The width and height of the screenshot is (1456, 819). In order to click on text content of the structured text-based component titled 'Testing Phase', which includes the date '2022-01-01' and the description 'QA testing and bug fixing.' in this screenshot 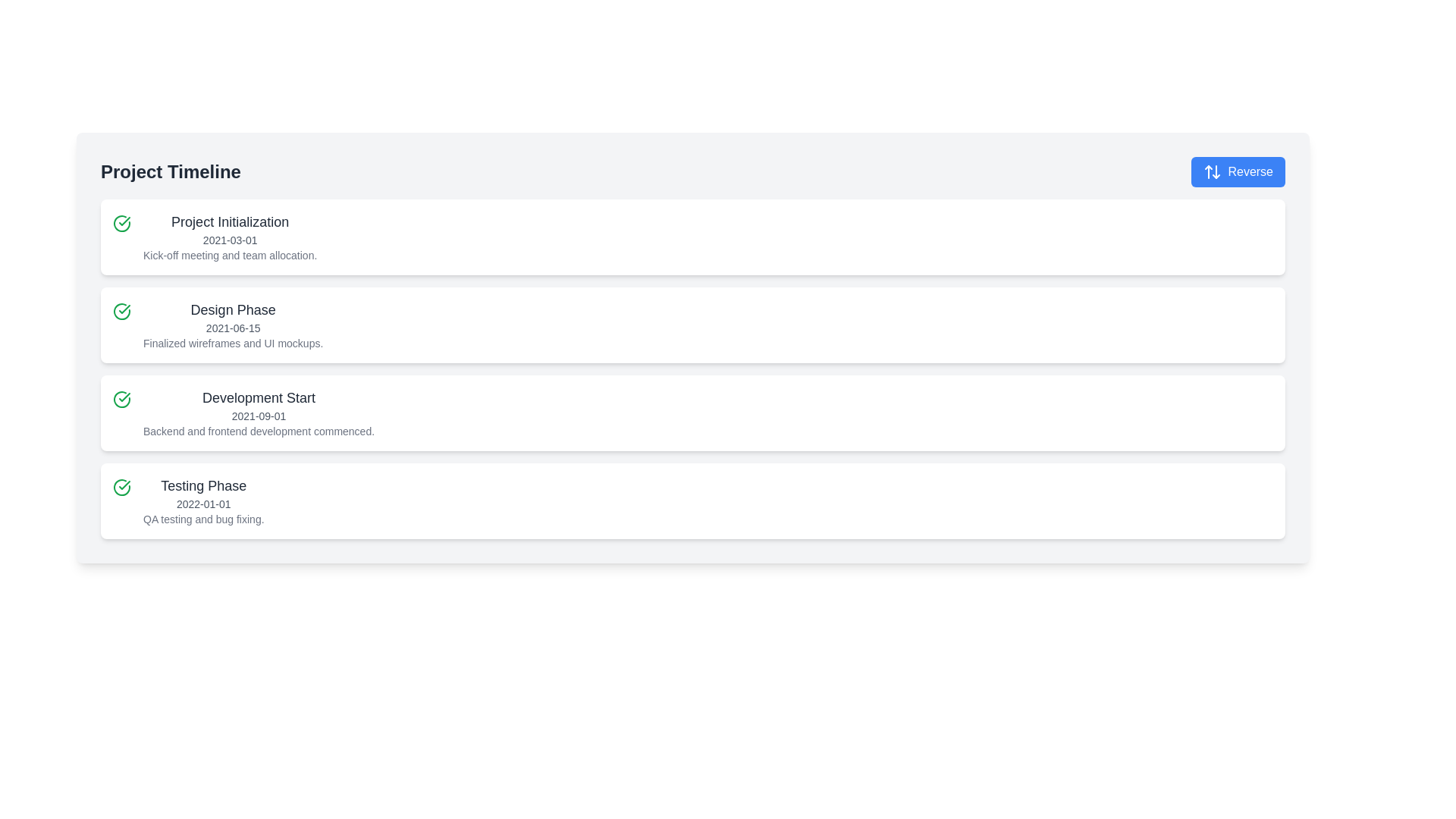, I will do `click(202, 500)`.